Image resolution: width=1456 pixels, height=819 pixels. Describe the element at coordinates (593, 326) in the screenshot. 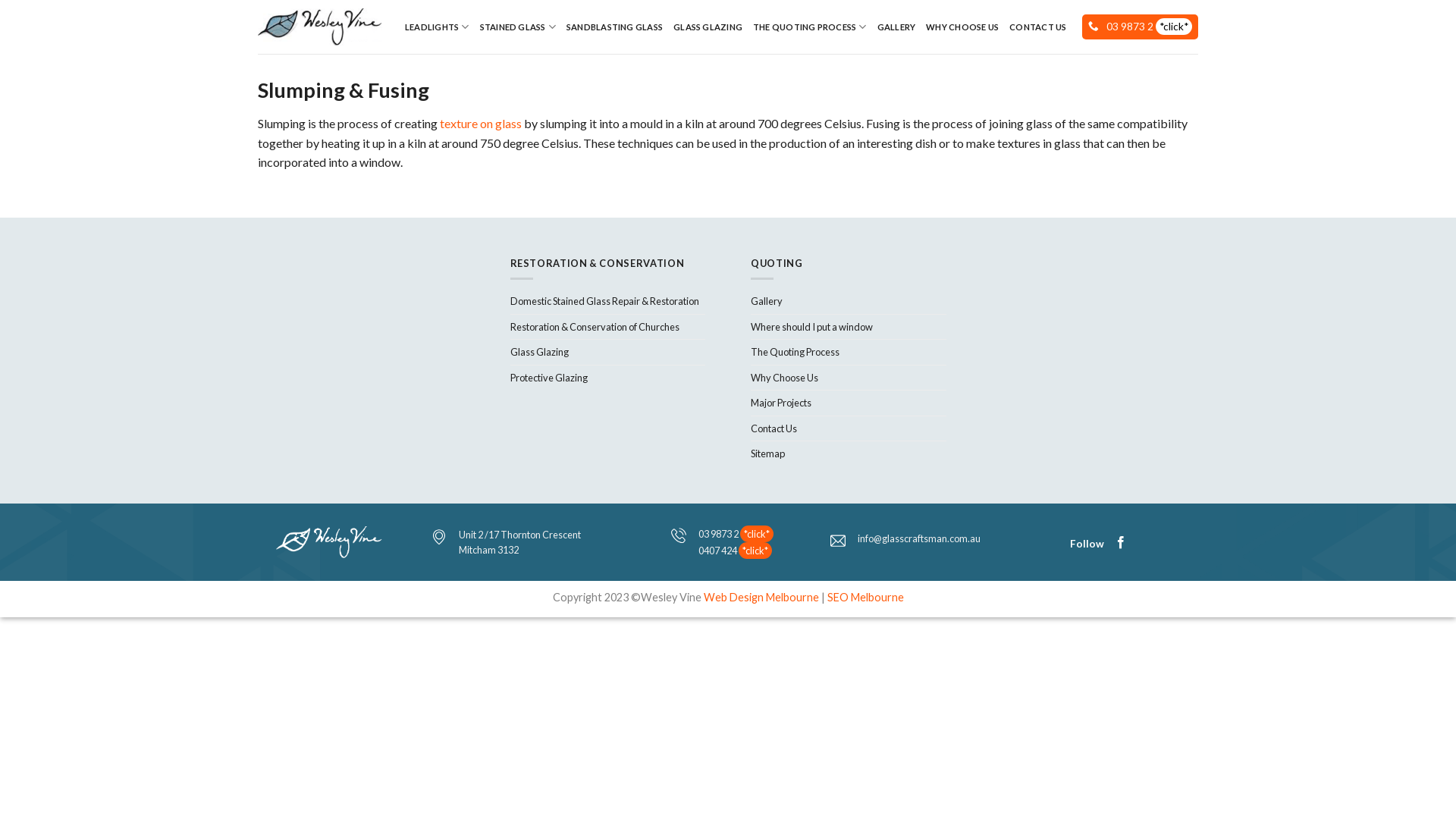

I see `'Restoration & Conservation of Churches'` at that location.